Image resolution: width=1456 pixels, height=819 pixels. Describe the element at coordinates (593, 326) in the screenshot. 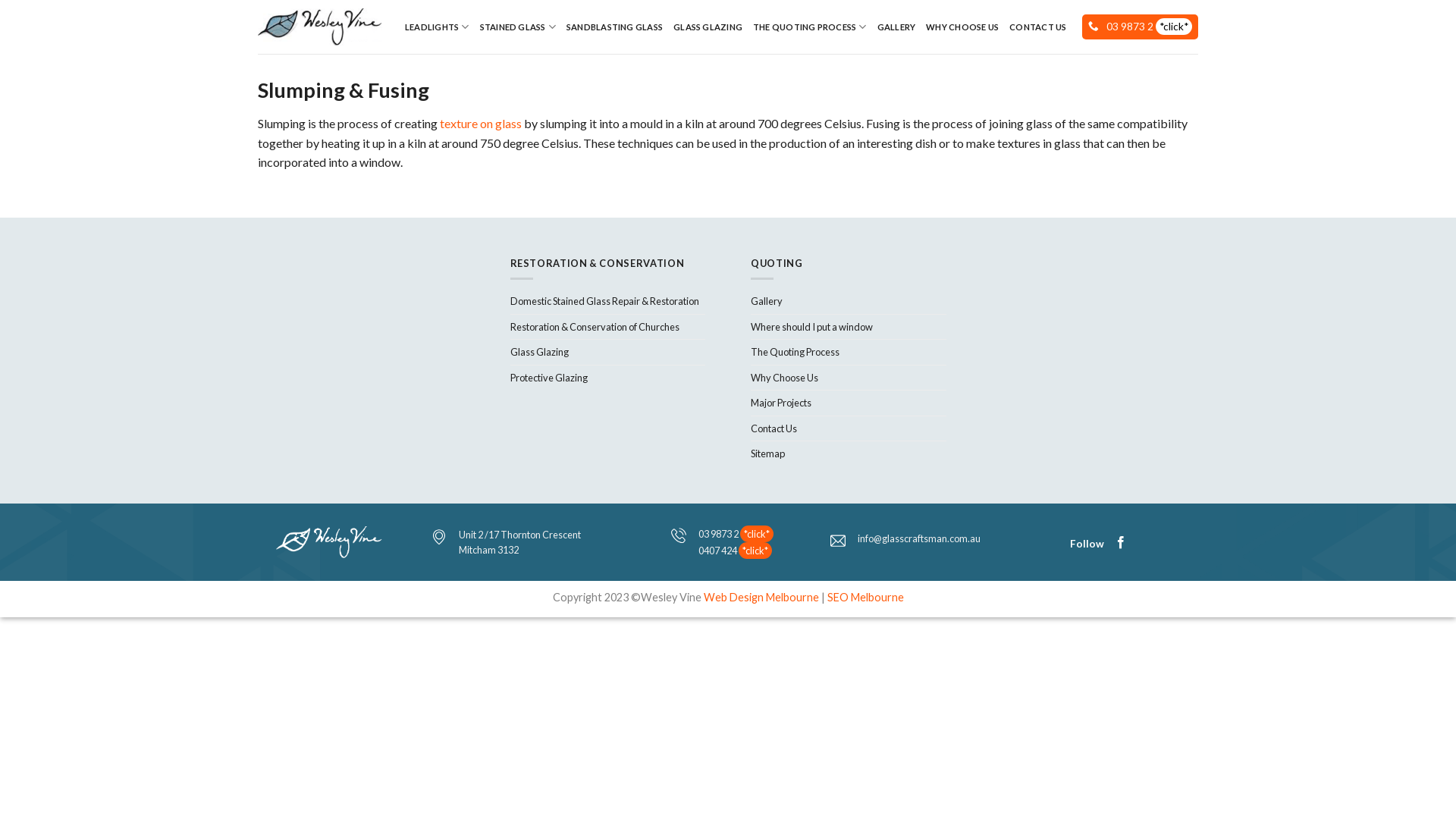

I see `'Restoration & Conservation of Churches'` at that location.